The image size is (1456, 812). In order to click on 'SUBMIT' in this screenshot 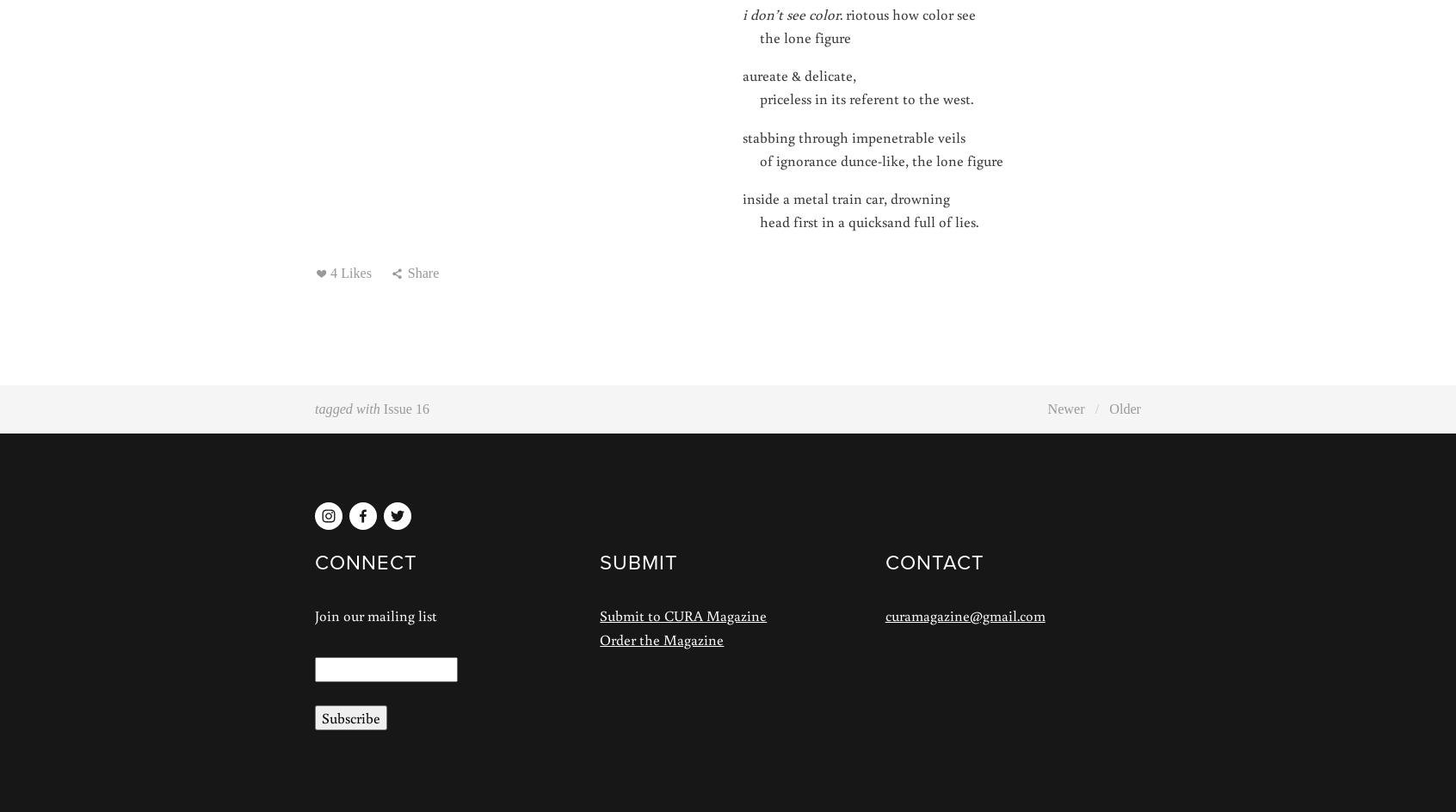, I will do `click(638, 560)`.